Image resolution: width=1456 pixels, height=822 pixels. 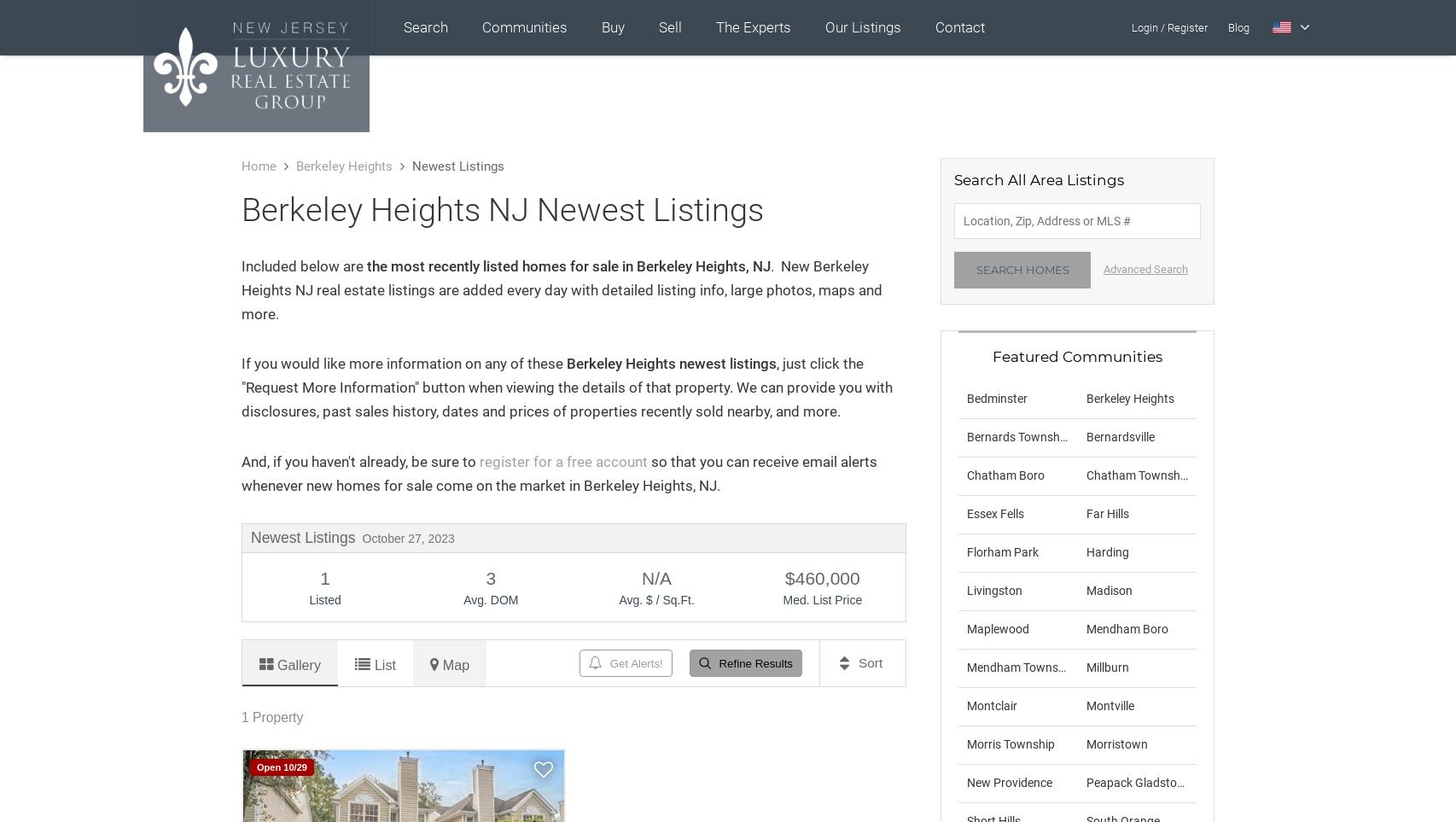 I want to click on 'Advanced Search', so click(x=1144, y=269).